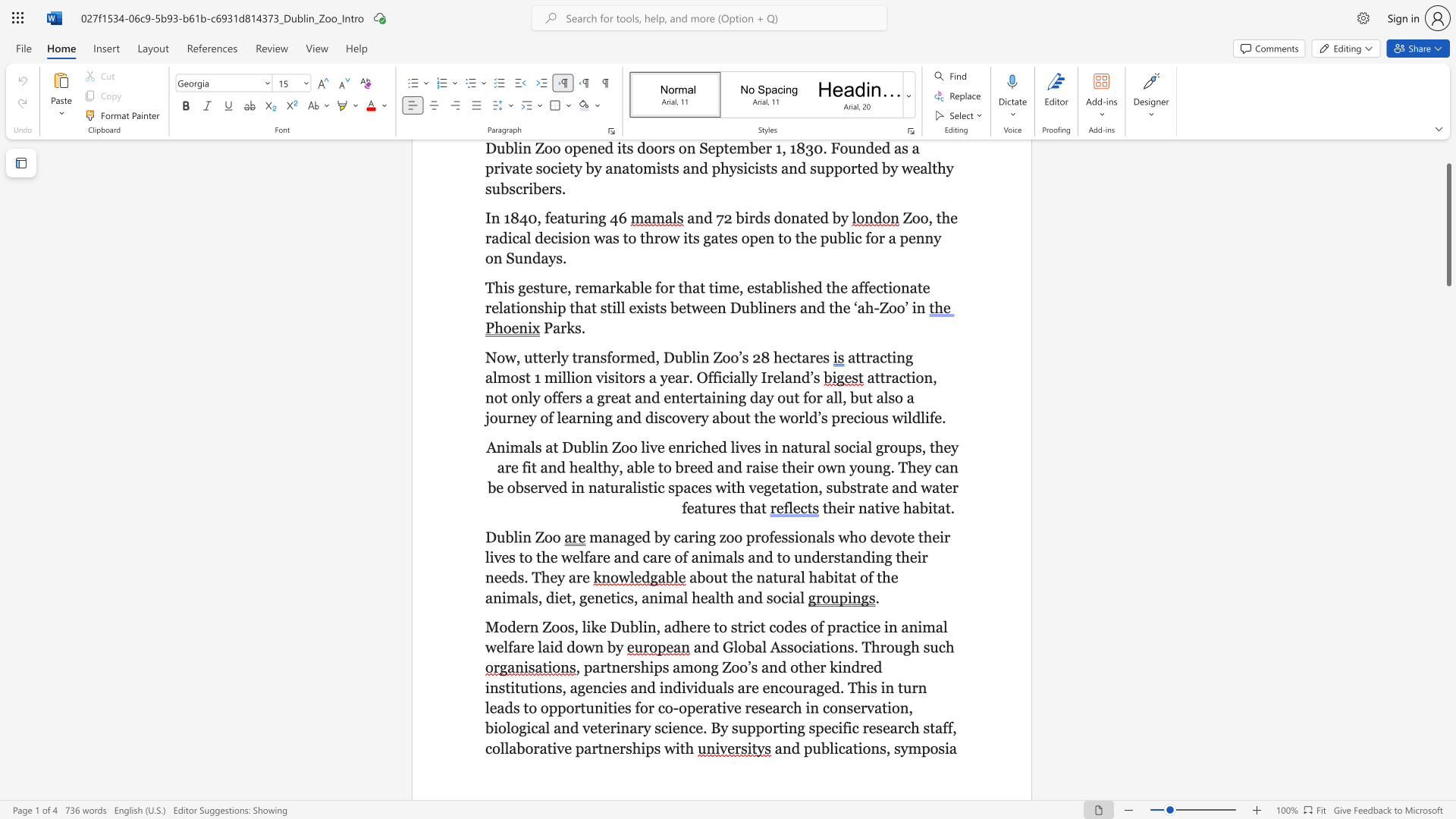  What do you see at coordinates (833, 747) in the screenshot?
I see `the subset text "ication" within the text "and publications,"` at bounding box center [833, 747].